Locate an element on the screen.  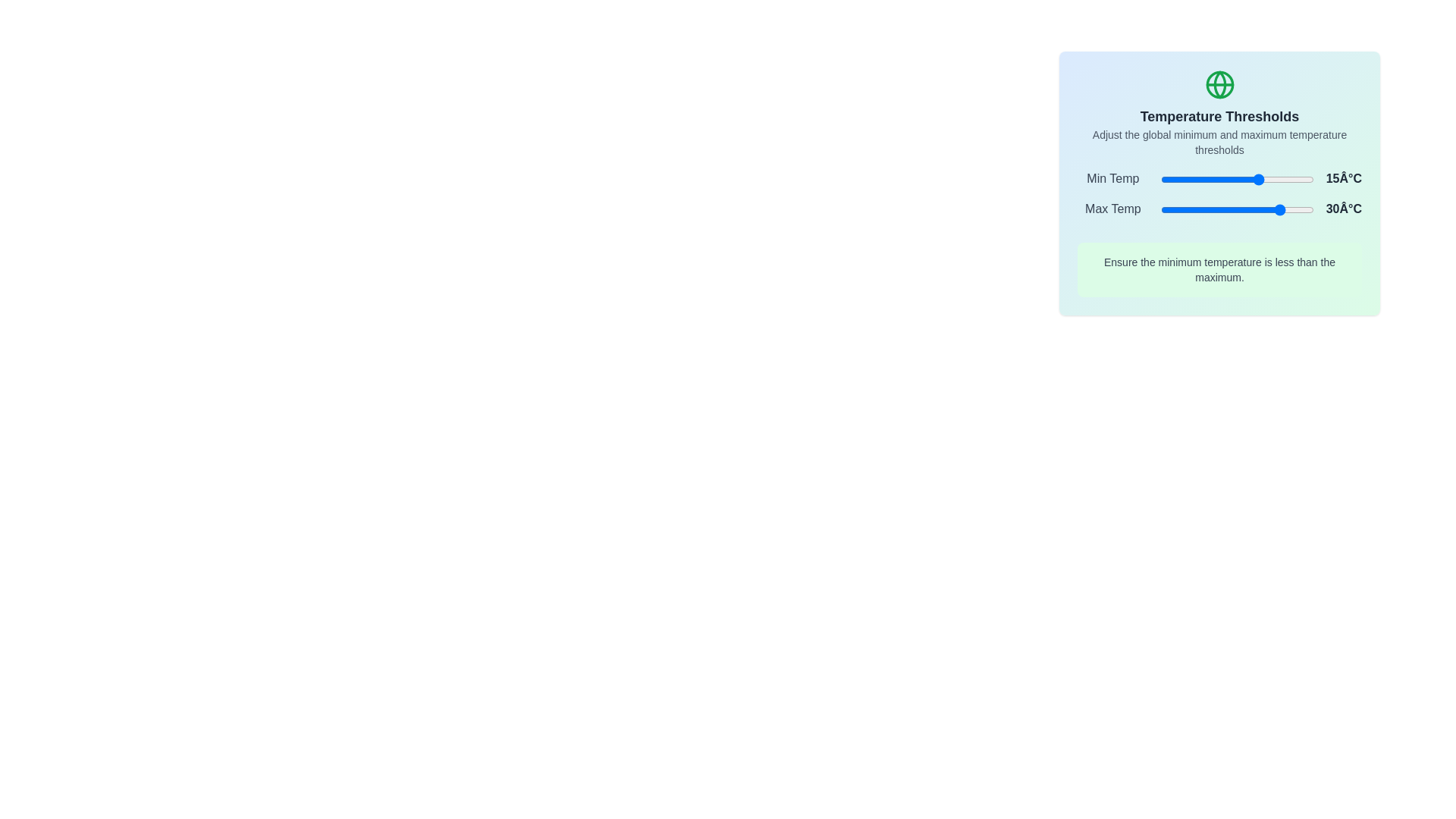
the minimum temperature slider to -18°C is located at coordinates (1209, 178).